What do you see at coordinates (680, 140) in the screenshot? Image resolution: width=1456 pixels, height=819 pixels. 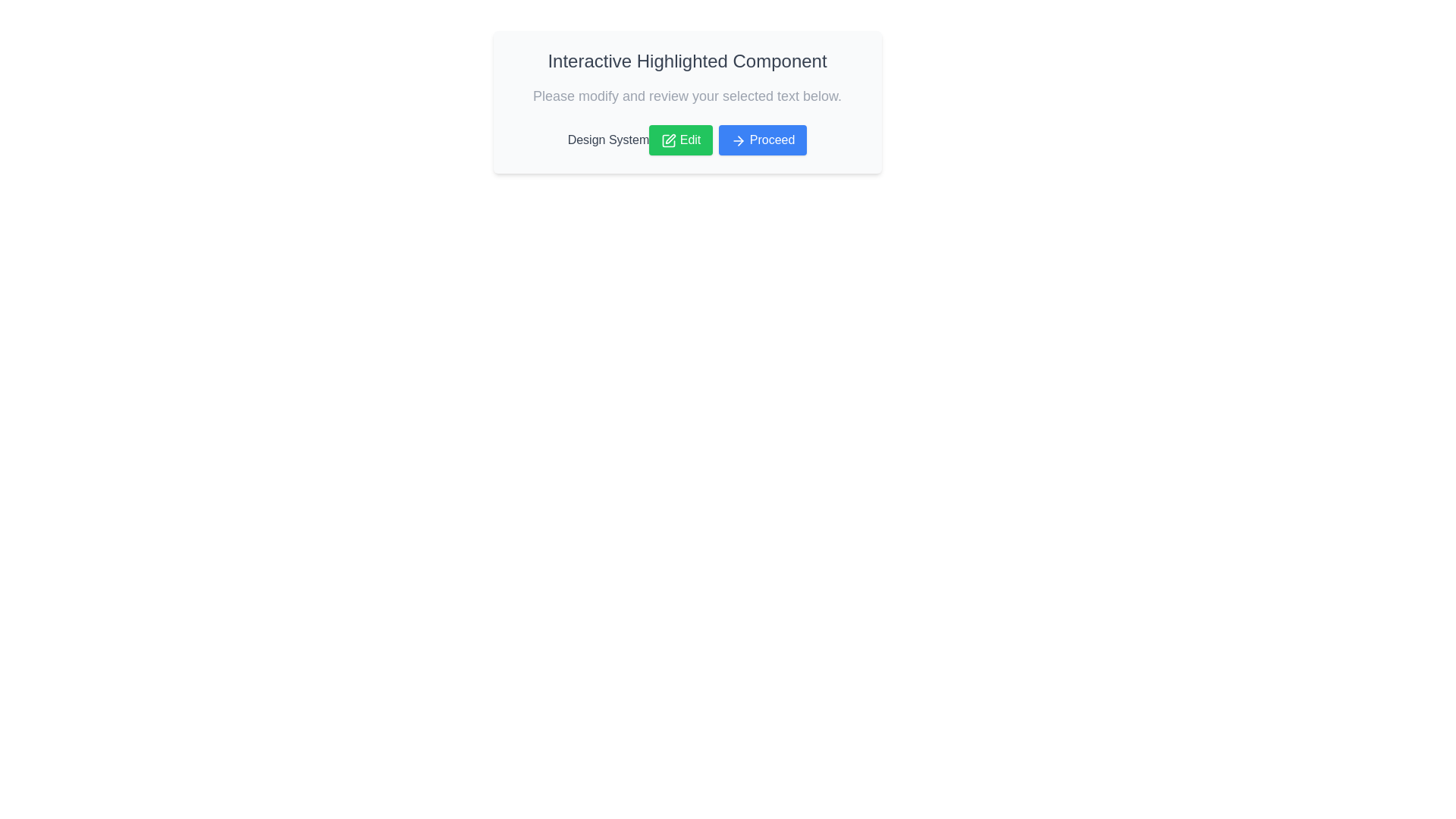 I see `the 'Edit' button, which is a bright green rectangular button with rounded corners and white text, located between the 'Design System' label and the 'Proceed' button` at bounding box center [680, 140].